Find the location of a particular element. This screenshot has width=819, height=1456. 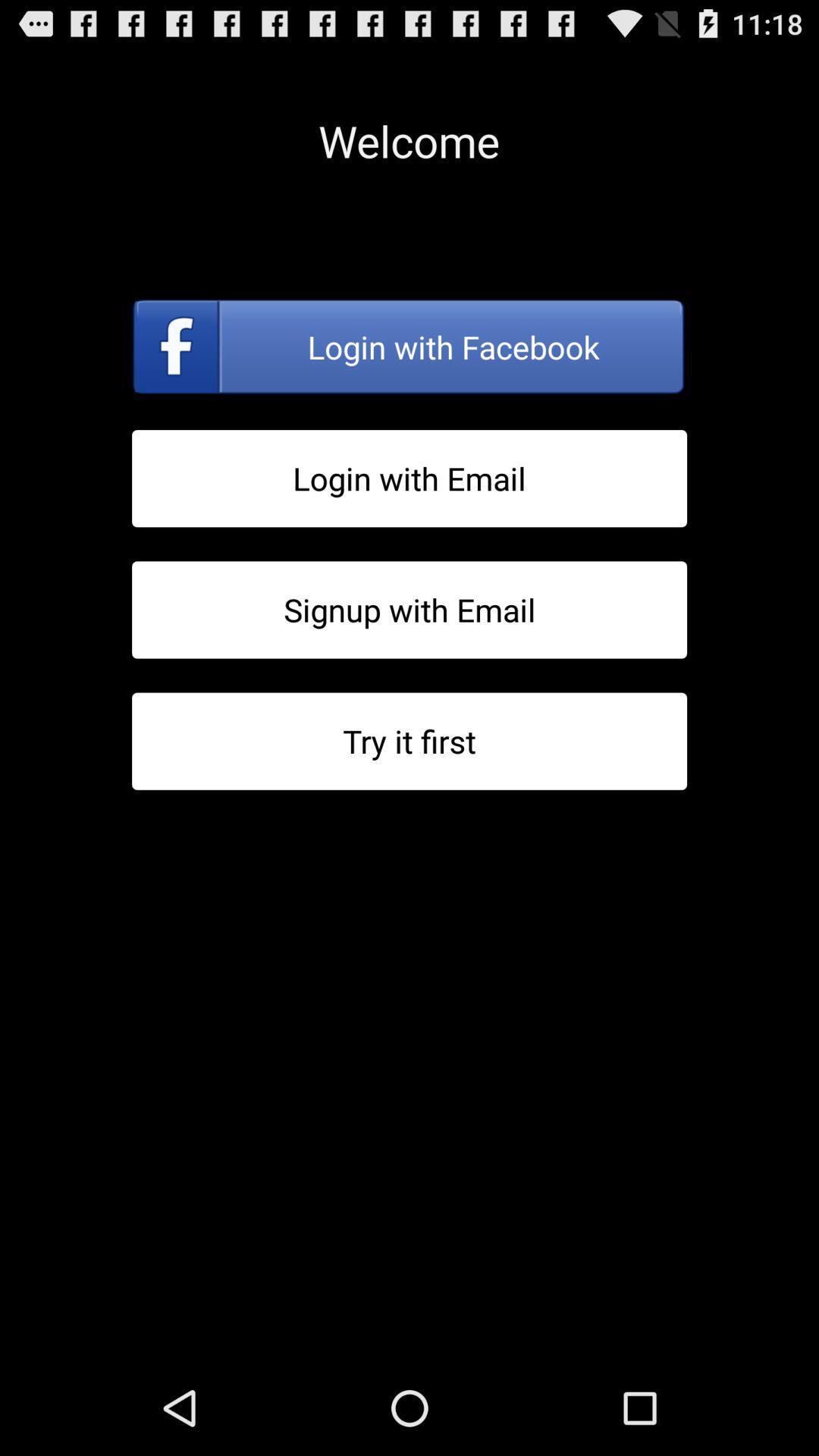

login is located at coordinates (409, 478).